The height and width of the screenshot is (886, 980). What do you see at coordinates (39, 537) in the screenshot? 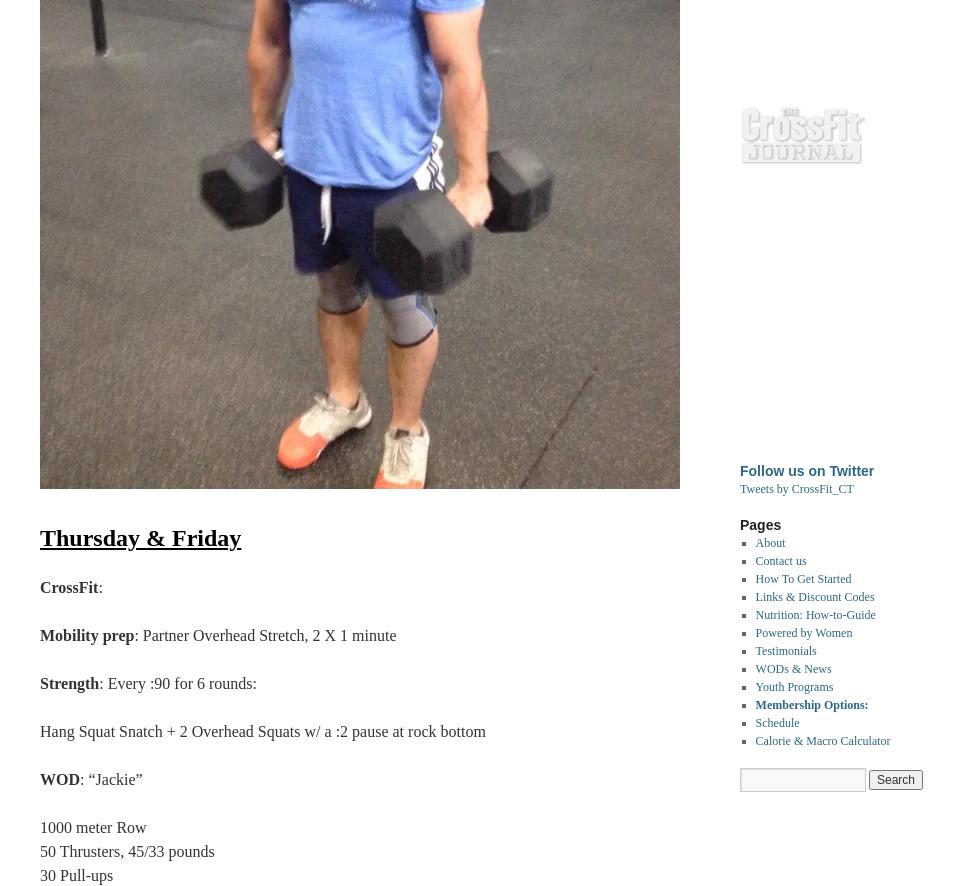
I see `'Thursday & Friday'` at bounding box center [39, 537].